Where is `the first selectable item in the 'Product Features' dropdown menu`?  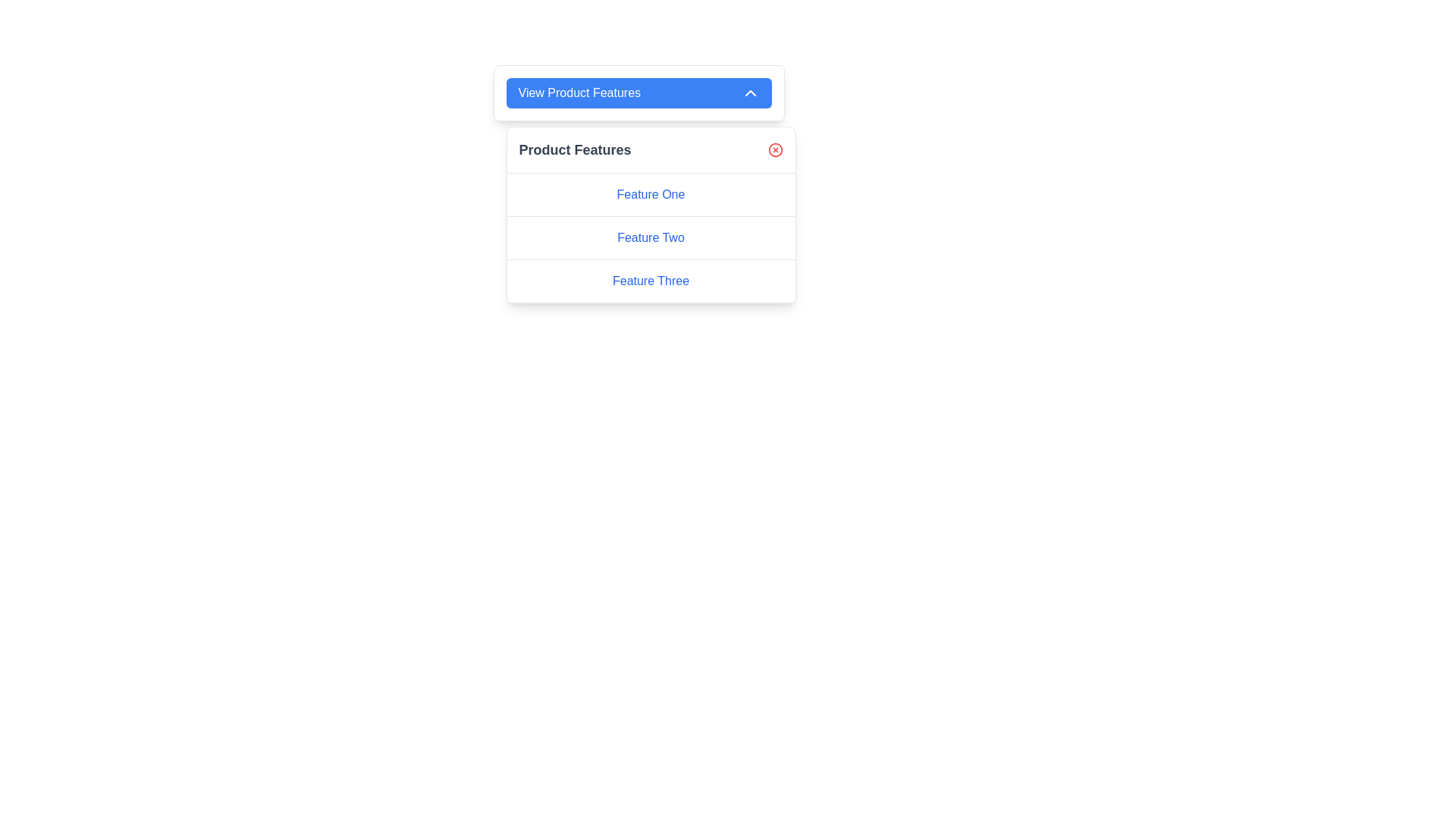 the first selectable item in the 'Product Features' dropdown menu is located at coordinates (651, 194).